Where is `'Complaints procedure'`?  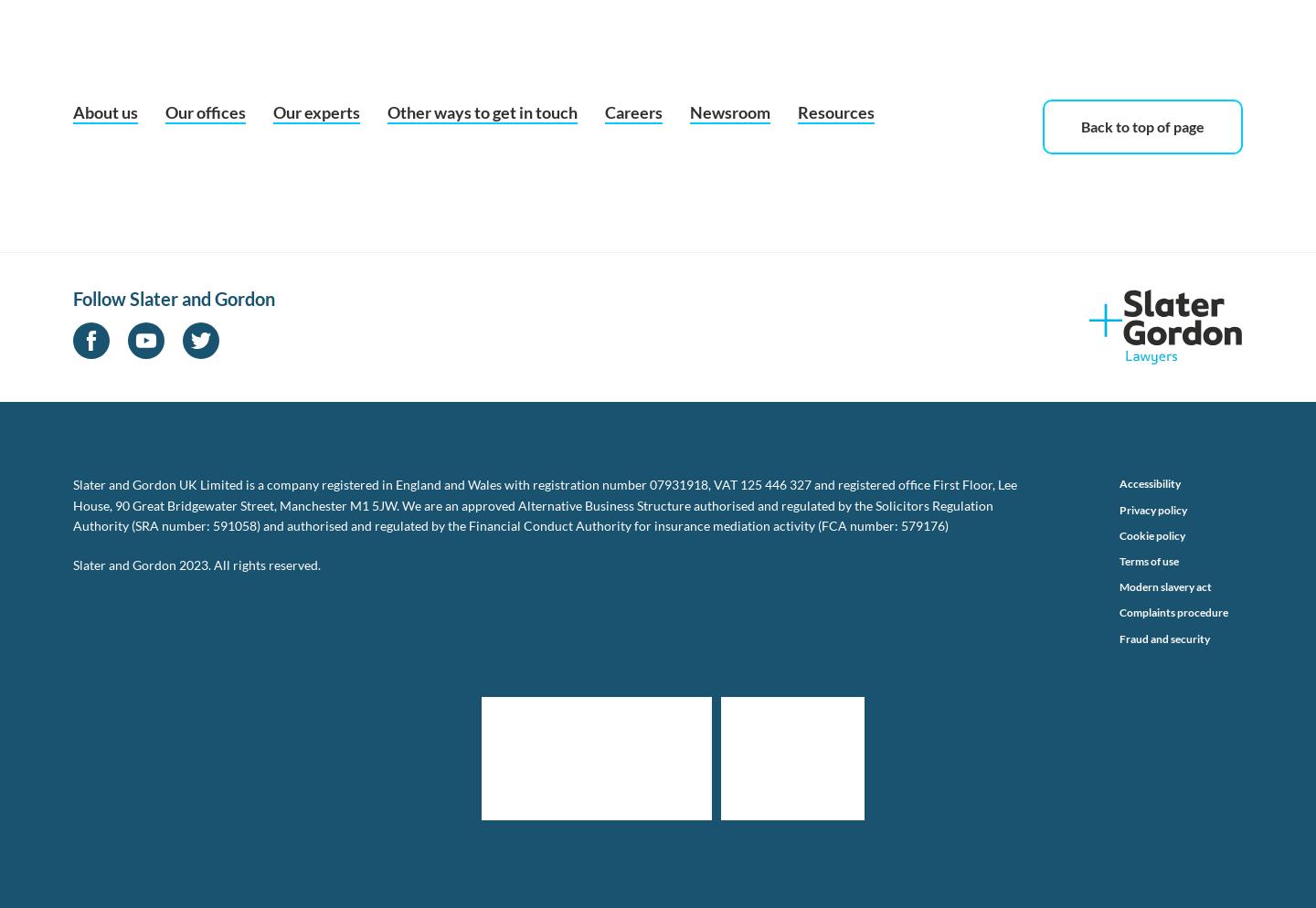 'Complaints procedure' is located at coordinates (1173, 612).